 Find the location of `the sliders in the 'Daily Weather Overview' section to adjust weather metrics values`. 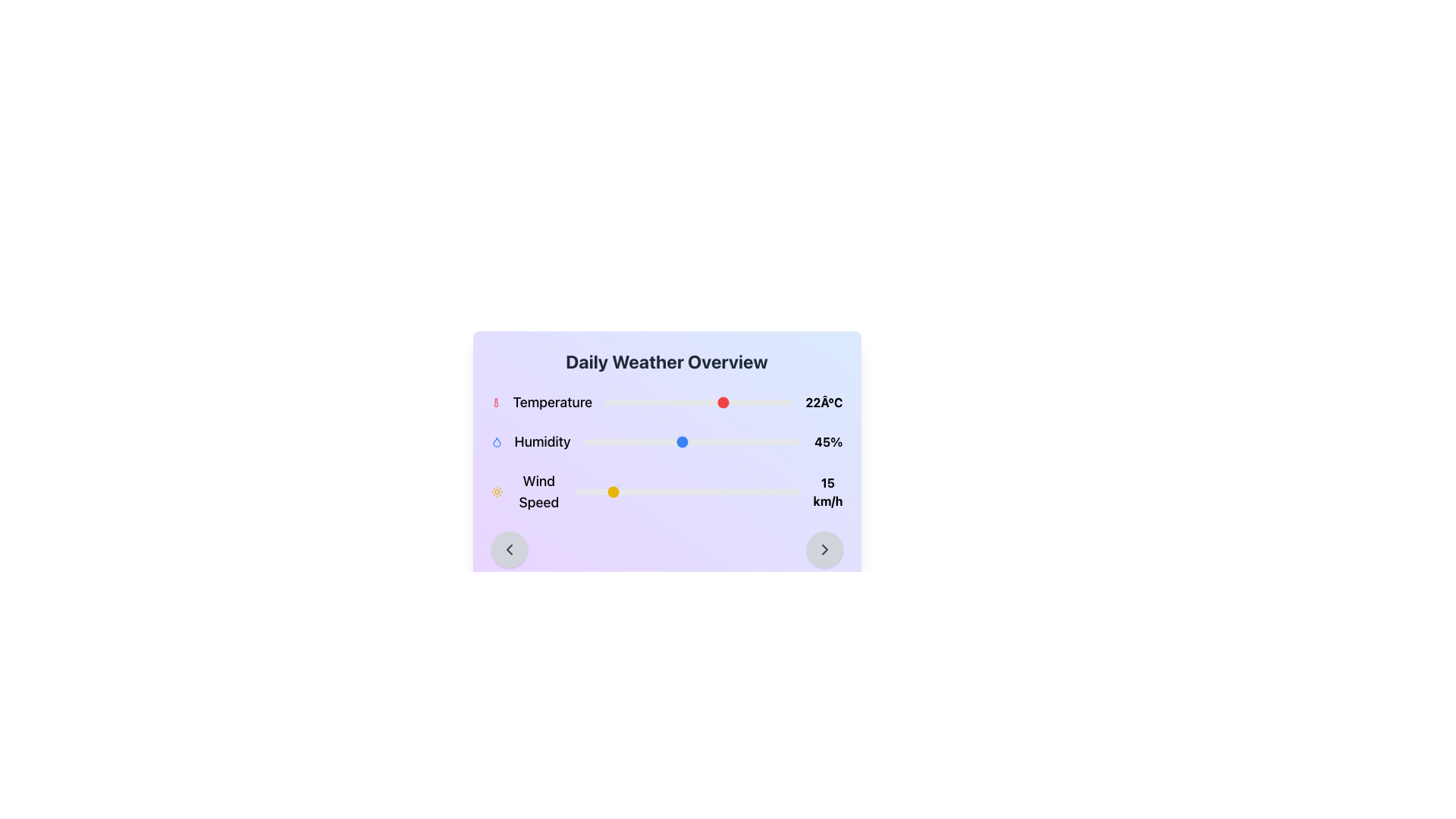

the sliders in the 'Daily Weather Overview' section to adjust weather metrics values is located at coordinates (667, 452).